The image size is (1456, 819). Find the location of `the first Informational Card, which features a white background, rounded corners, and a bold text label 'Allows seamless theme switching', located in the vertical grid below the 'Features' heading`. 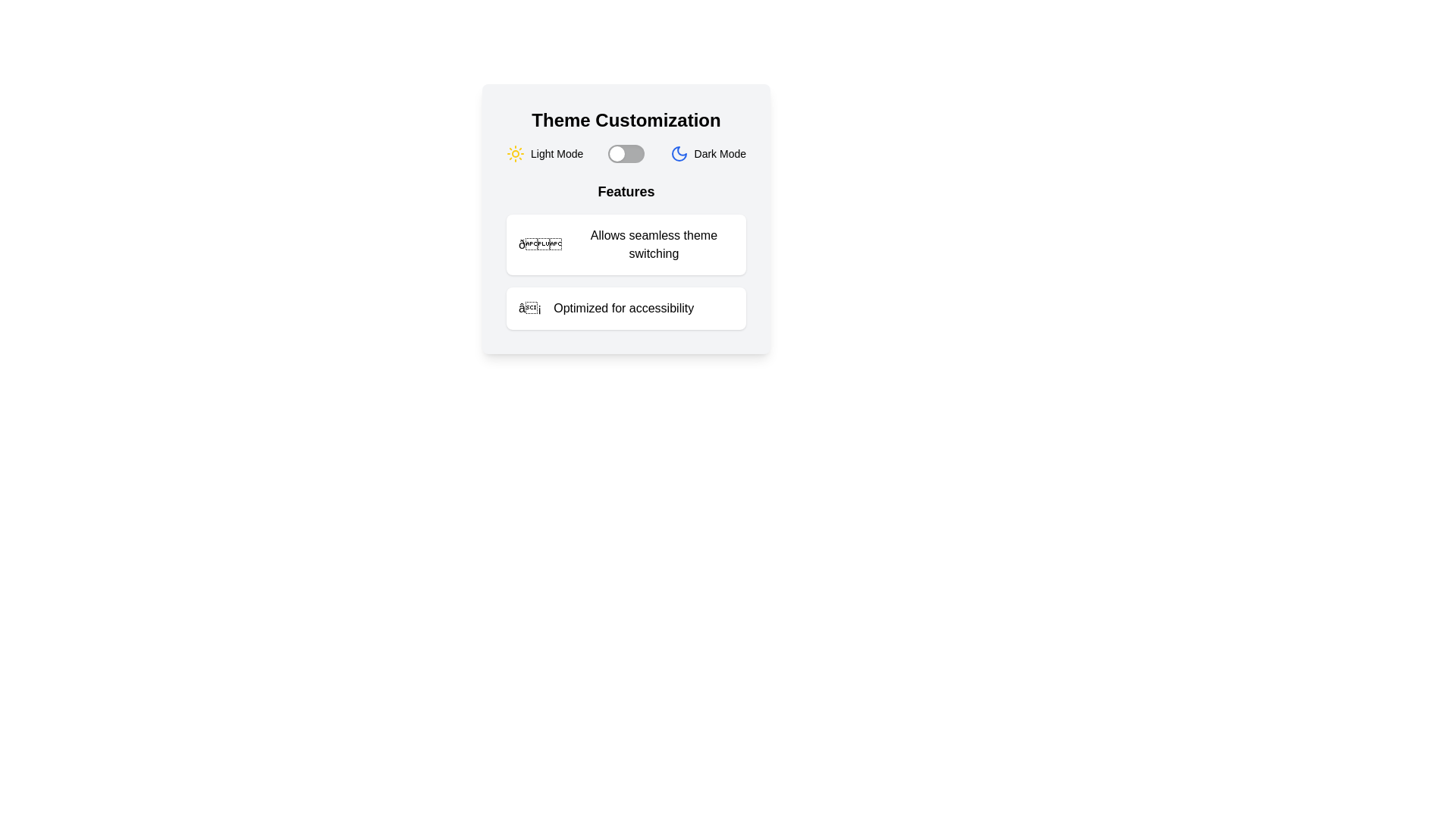

the first Informational Card, which features a white background, rounded corners, and a bold text label 'Allows seamless theme switching', located in the vertical grid below the 'Features' heading is located at coordinates (626, 244).